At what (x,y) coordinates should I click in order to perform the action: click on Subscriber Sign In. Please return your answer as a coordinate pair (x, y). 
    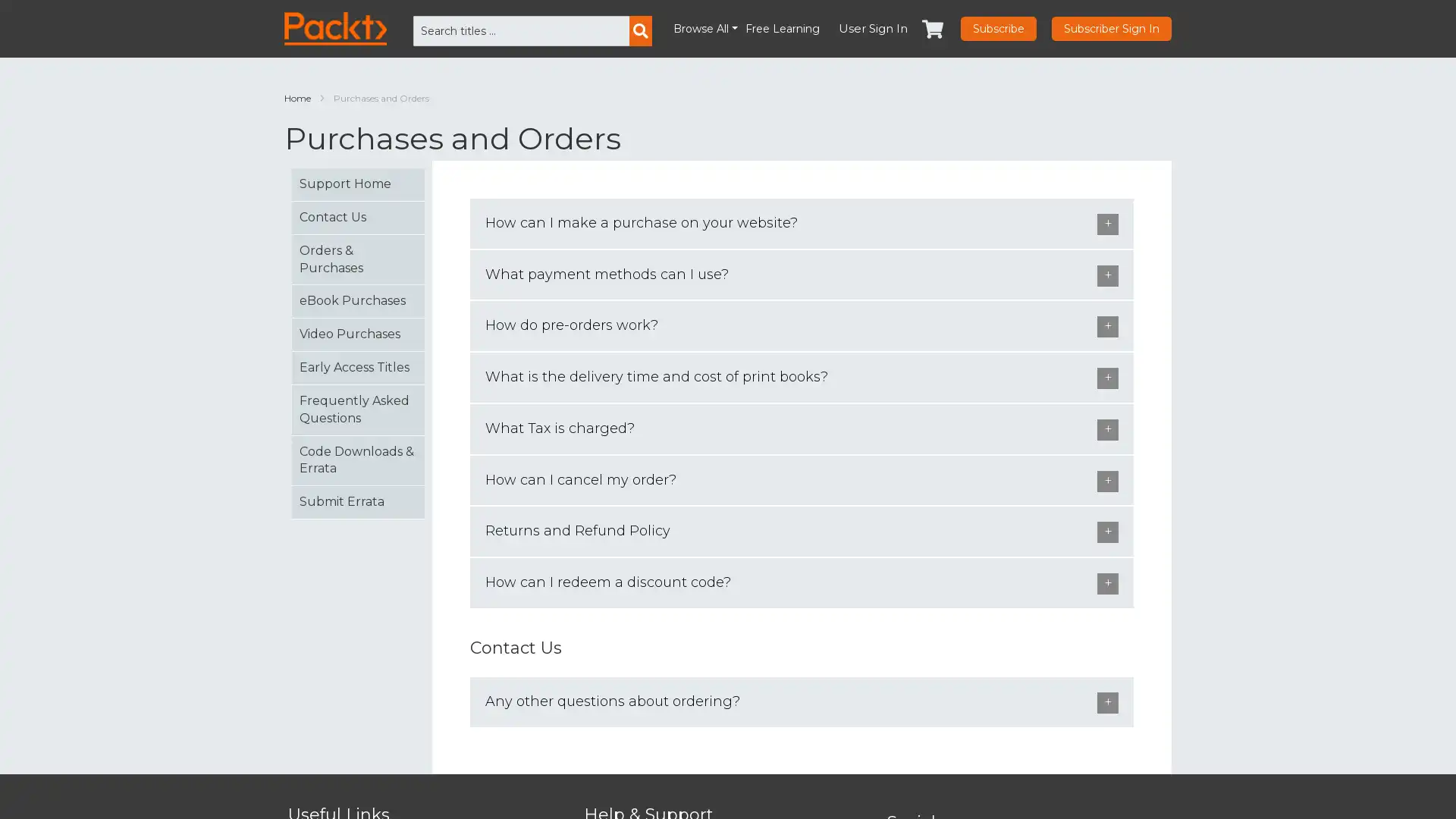
    Looking at the image, I should click on (1111, 29).